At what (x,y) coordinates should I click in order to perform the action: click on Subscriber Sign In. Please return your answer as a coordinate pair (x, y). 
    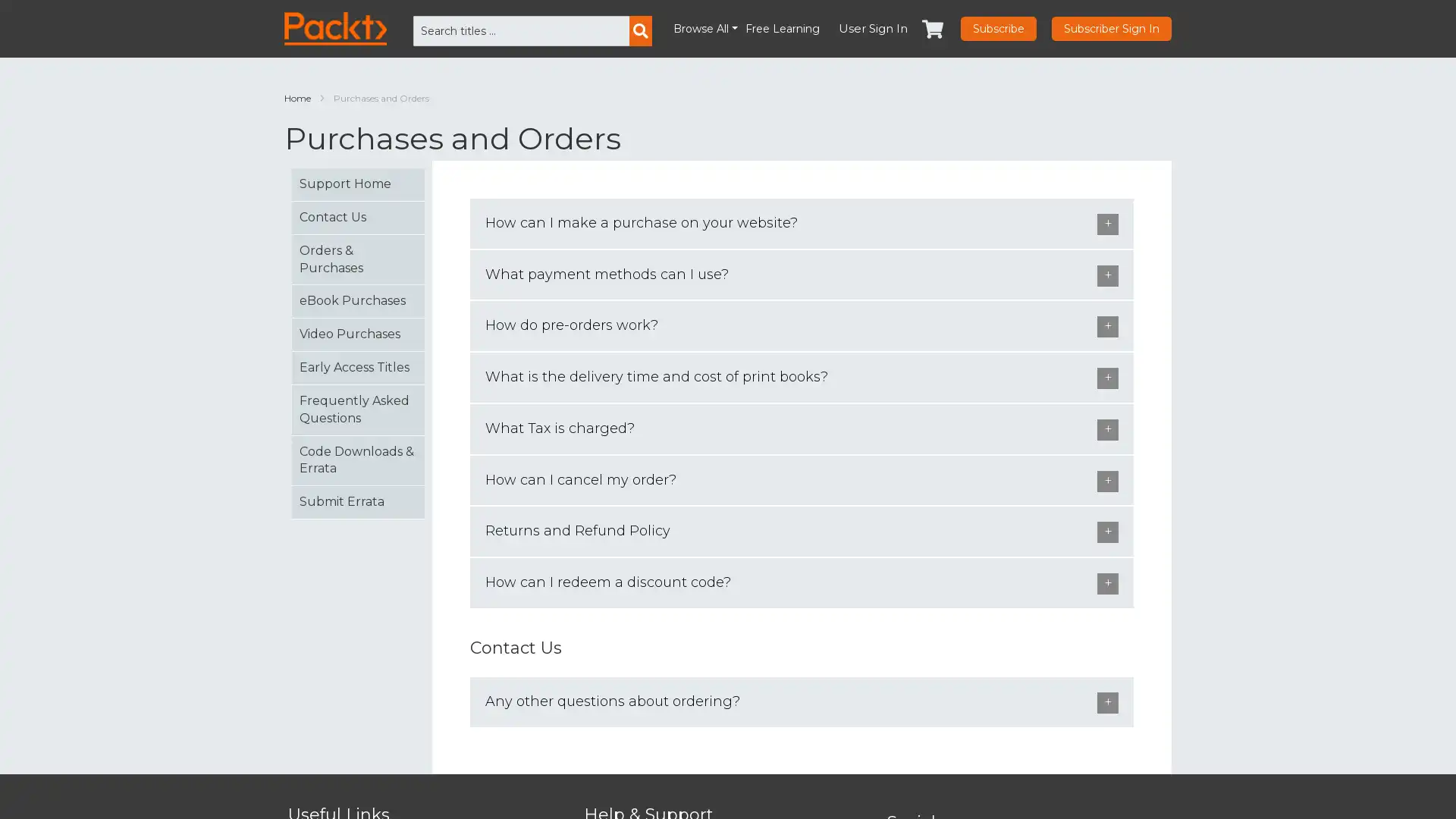
    Looking at the image, I should click on (1111, 29).